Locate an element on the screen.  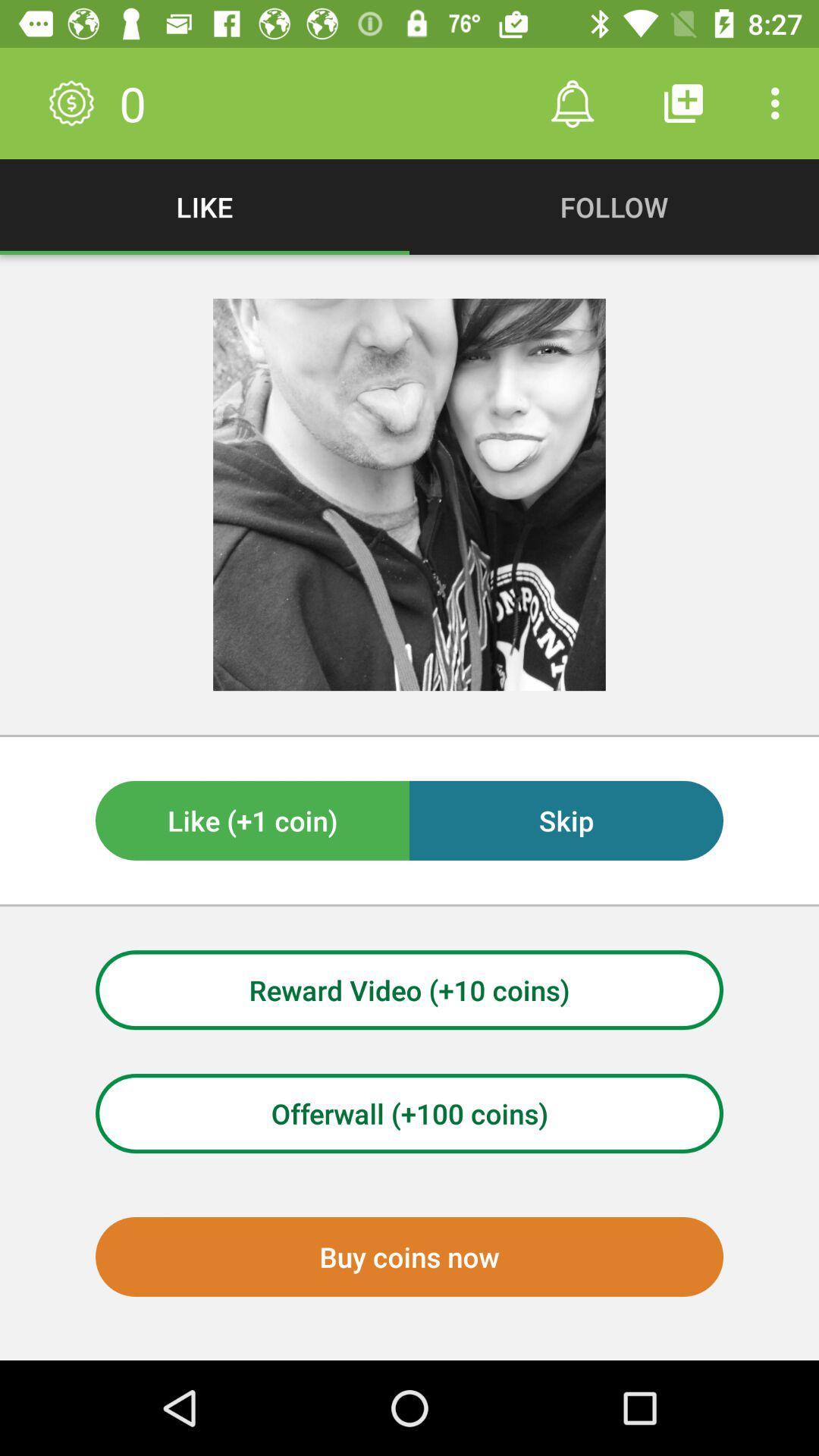
the item next to the skip icon is located at coordinates (251, 820).